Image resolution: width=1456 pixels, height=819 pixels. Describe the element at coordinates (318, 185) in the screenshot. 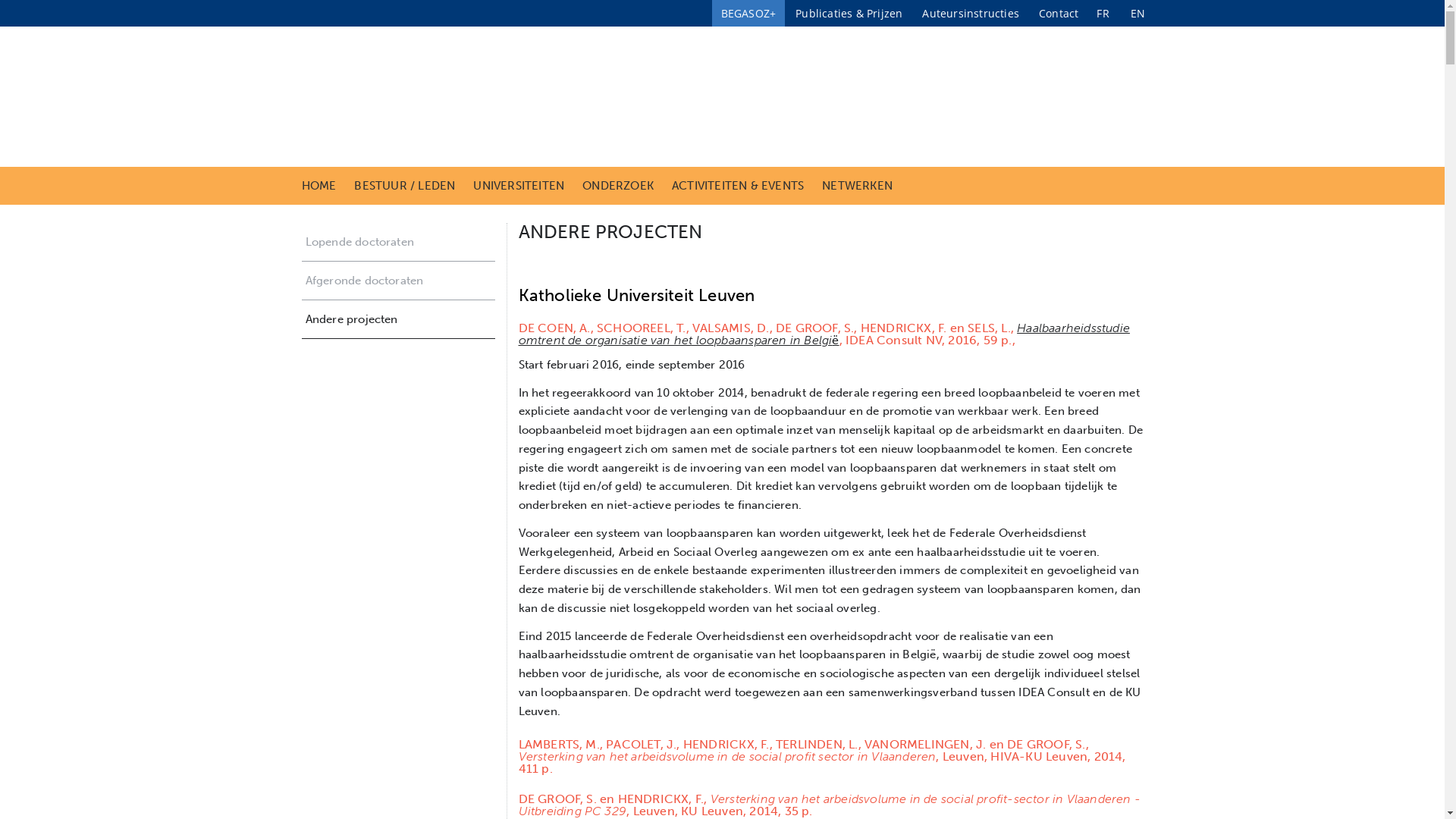

I see `'HOME'` at that location.